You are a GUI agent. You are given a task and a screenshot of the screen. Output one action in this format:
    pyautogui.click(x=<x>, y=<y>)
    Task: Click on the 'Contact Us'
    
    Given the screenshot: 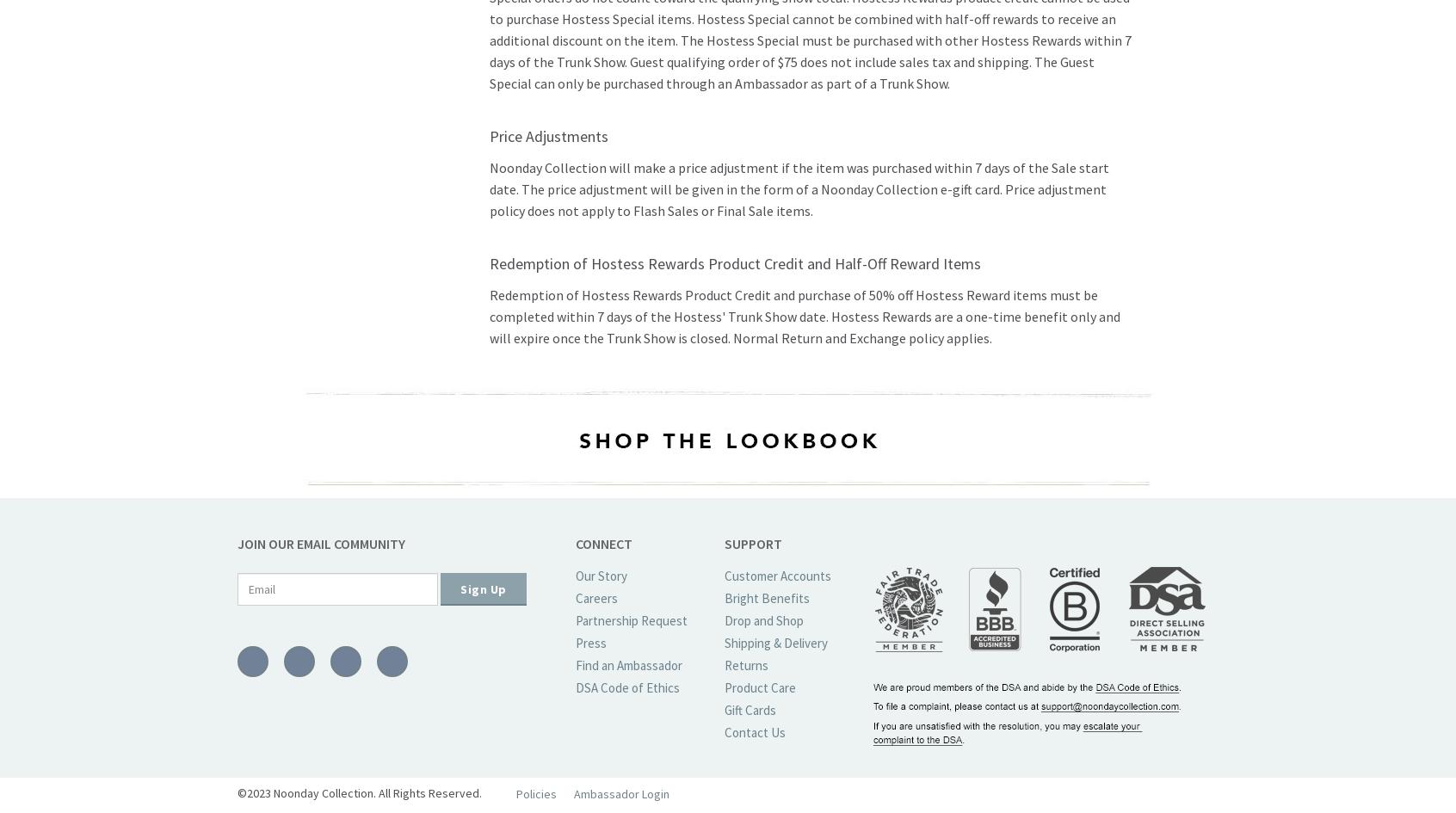 What is the action you would take?
    pyautogui.click(x=753, y=732)
    